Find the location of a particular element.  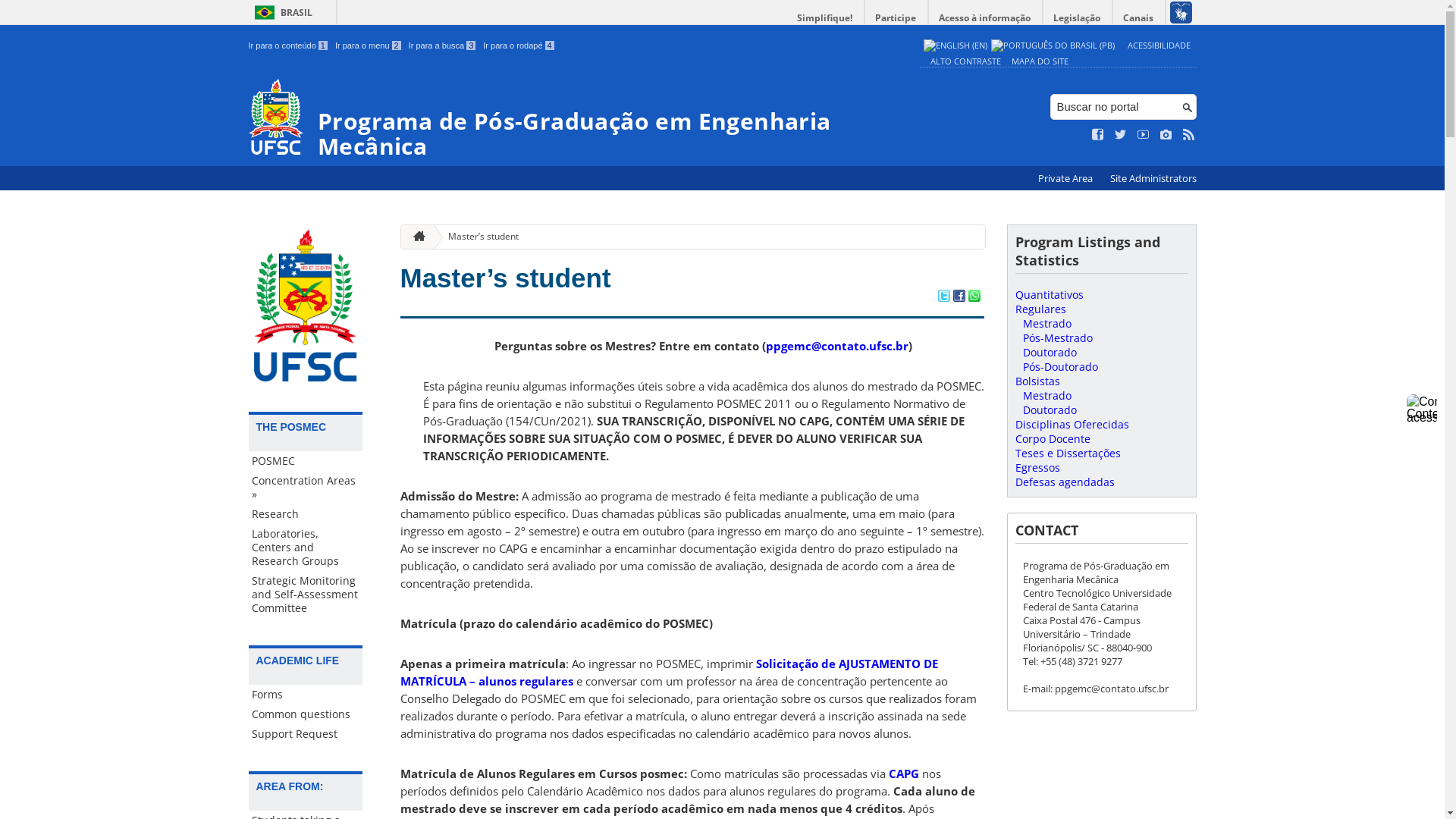

'Canais' is located at coordinates (1139, 17).